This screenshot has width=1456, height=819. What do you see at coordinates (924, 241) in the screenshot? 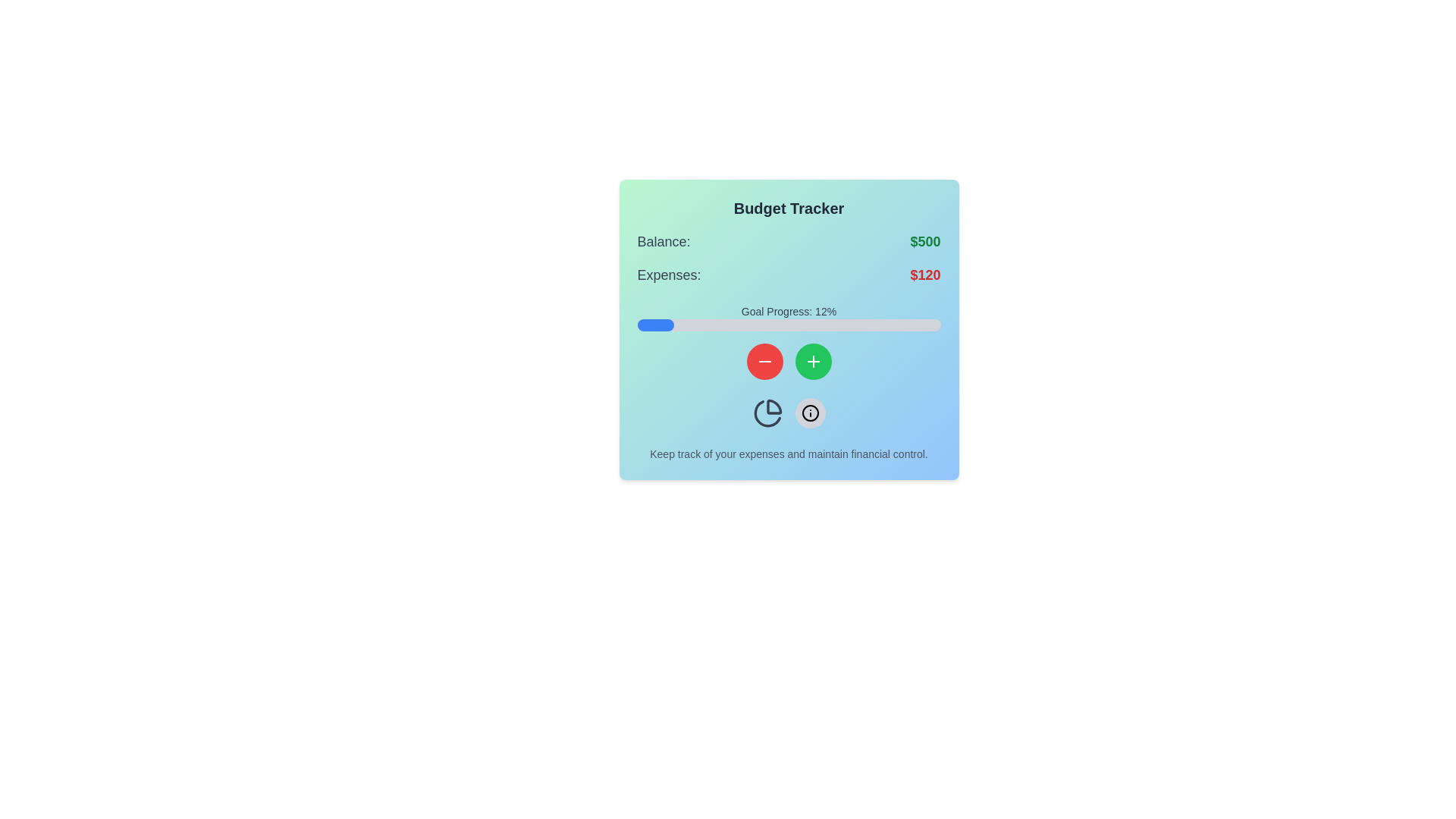
I see `the static text label displaying the monetary value '$500' in bold, large, green font, which is positioned to the right of the 'Balance:' label` at bounding box center [924, 241].